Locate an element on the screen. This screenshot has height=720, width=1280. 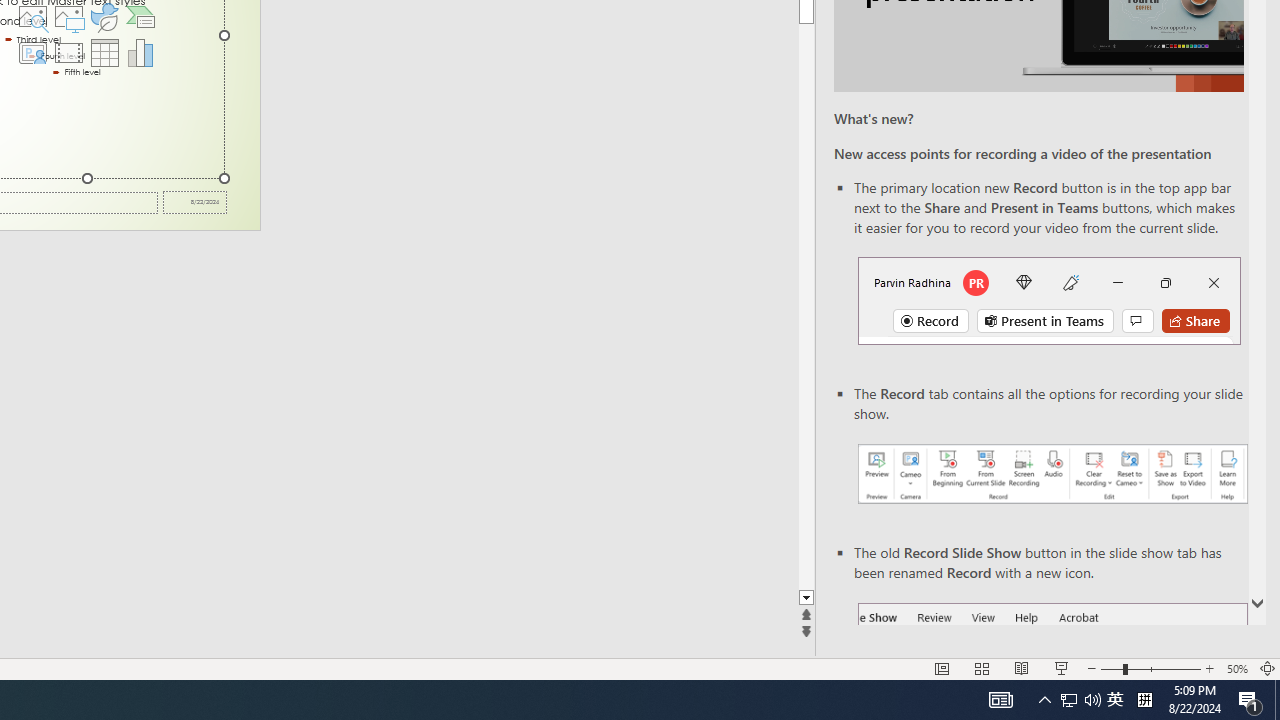
'Pictures' is located at coordinates (68, 16).